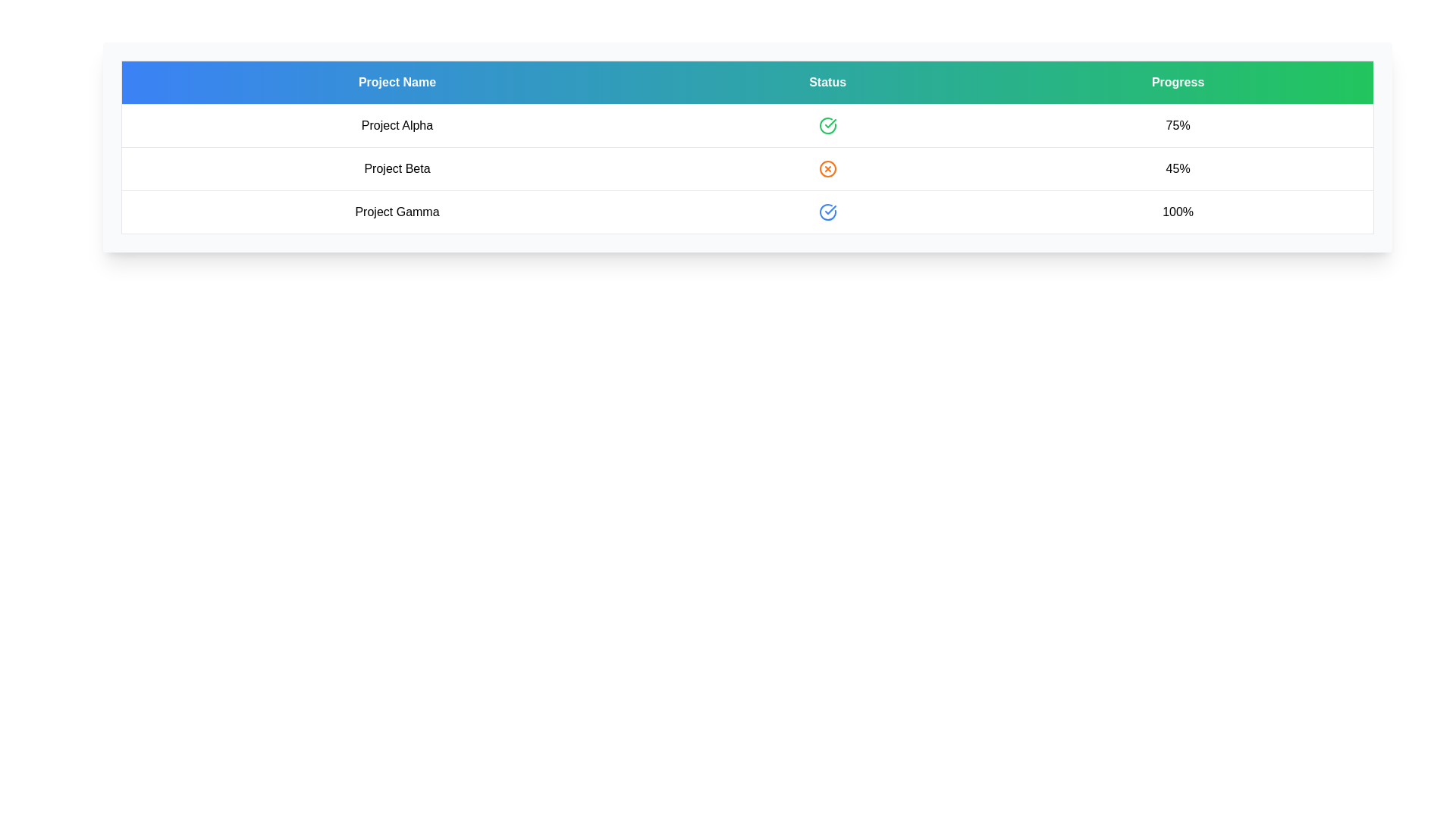 The width and height of the screenshot is (1456, 819). What do you see at coordinates (747, 169) in the screenshot?
I see `the table row corresponding to Project Beta to open the context menu` at bounding box center [747, 169].